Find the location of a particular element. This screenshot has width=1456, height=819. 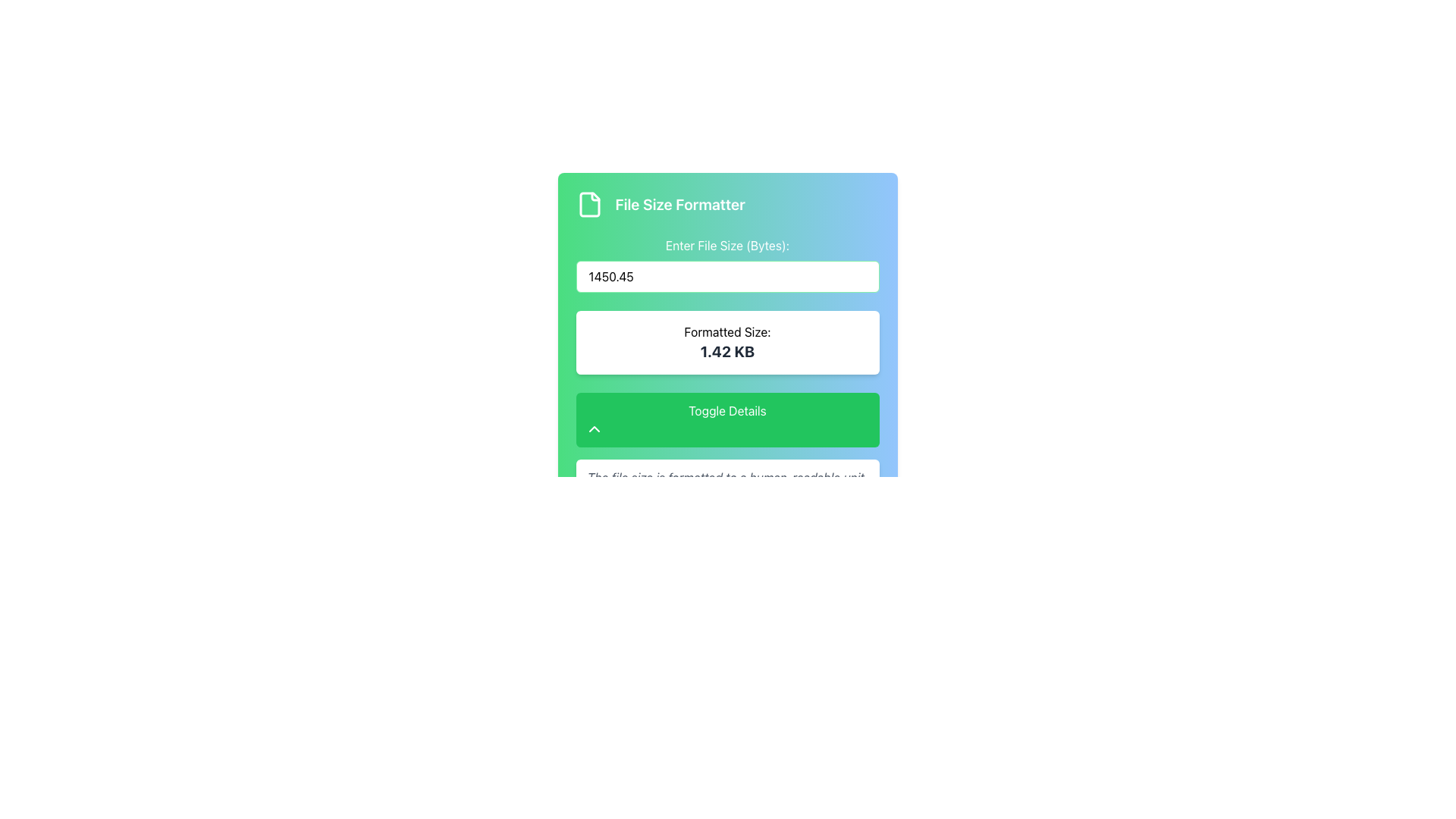

the text label that serves as a title indicating the purpose of the tool related to formatting file sizes, located to the right of a file document icon is located at coordinates (679, 205).